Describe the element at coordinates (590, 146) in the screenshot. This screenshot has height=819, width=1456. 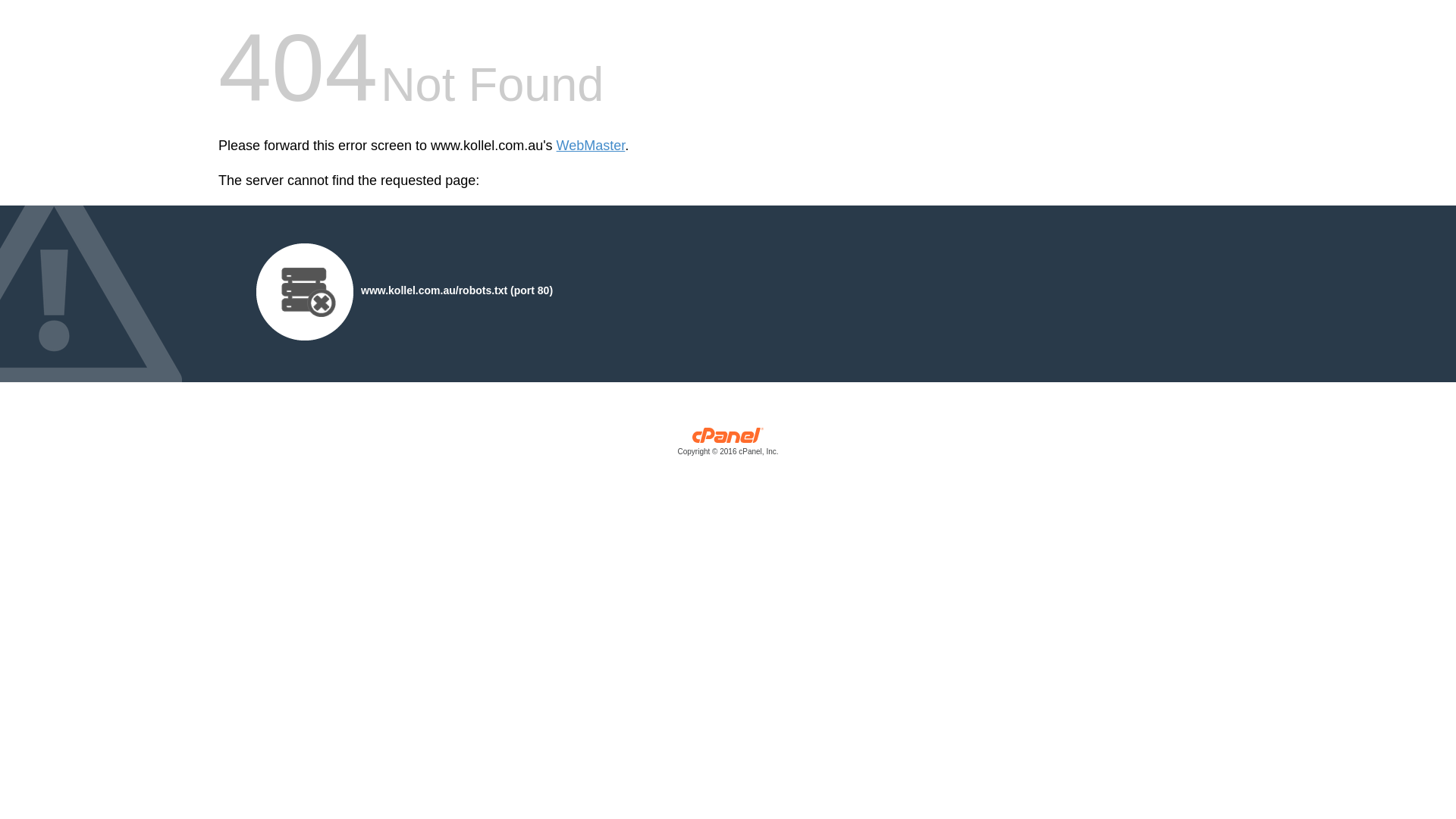
I see `'WebMaster'` at that location.